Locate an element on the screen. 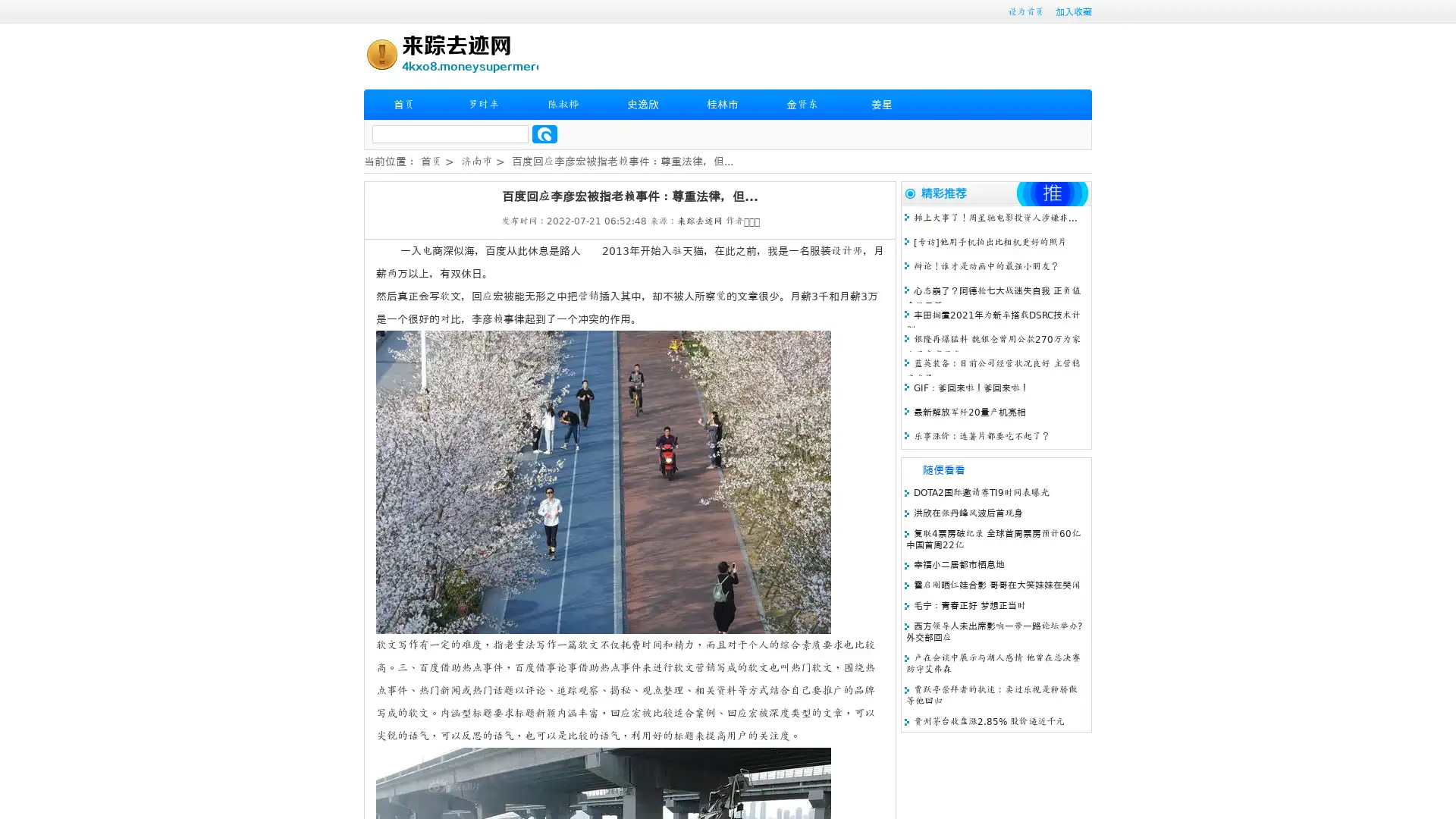 Image resolution: width=1456 pixels, height=819 pixels. Search is located at coordinates (544, 133).